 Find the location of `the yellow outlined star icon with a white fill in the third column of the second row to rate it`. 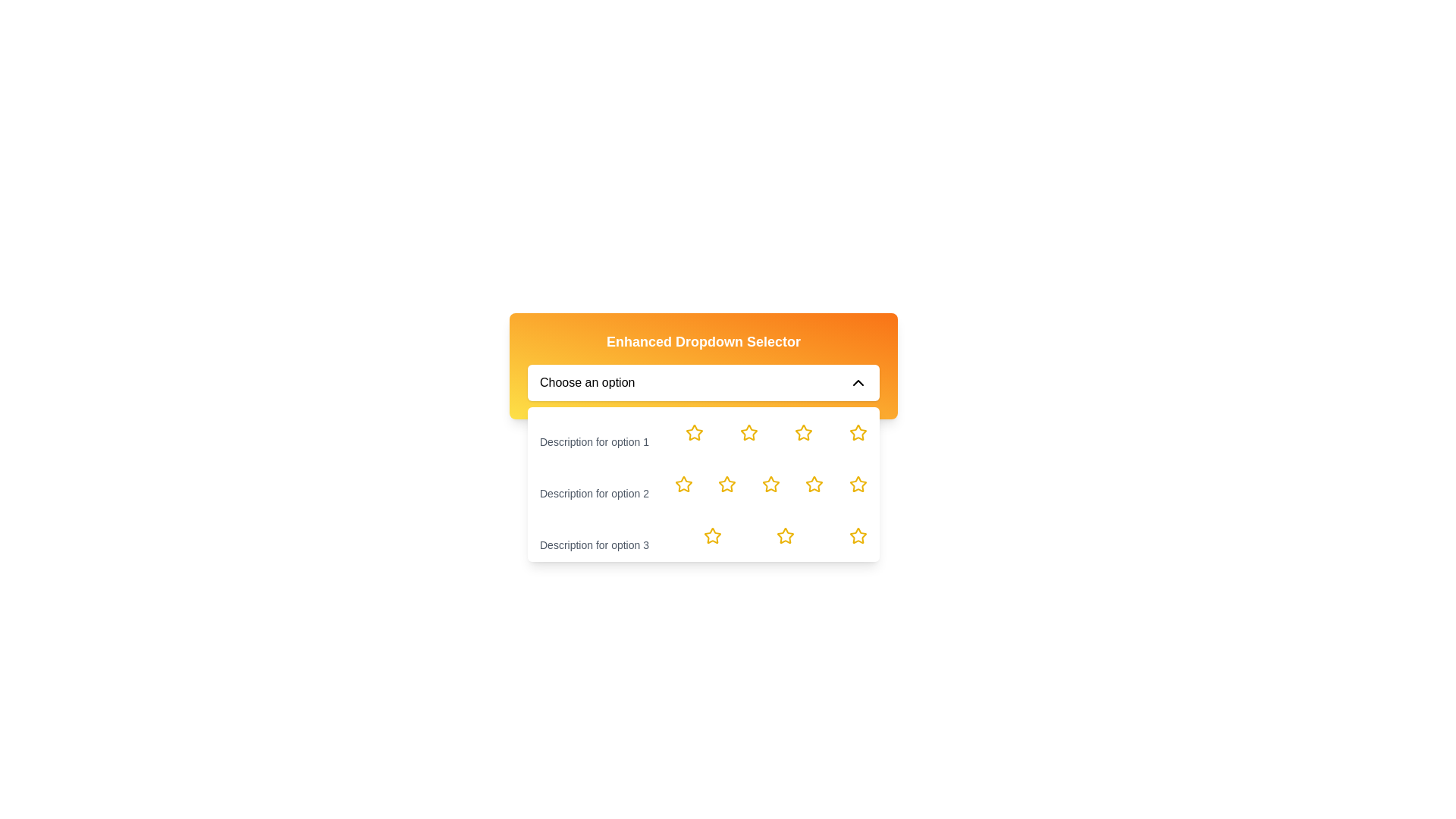

the yellow outlined star icon with a white fill in the third column of the second row to rate it is located at coordinates (770, 484).